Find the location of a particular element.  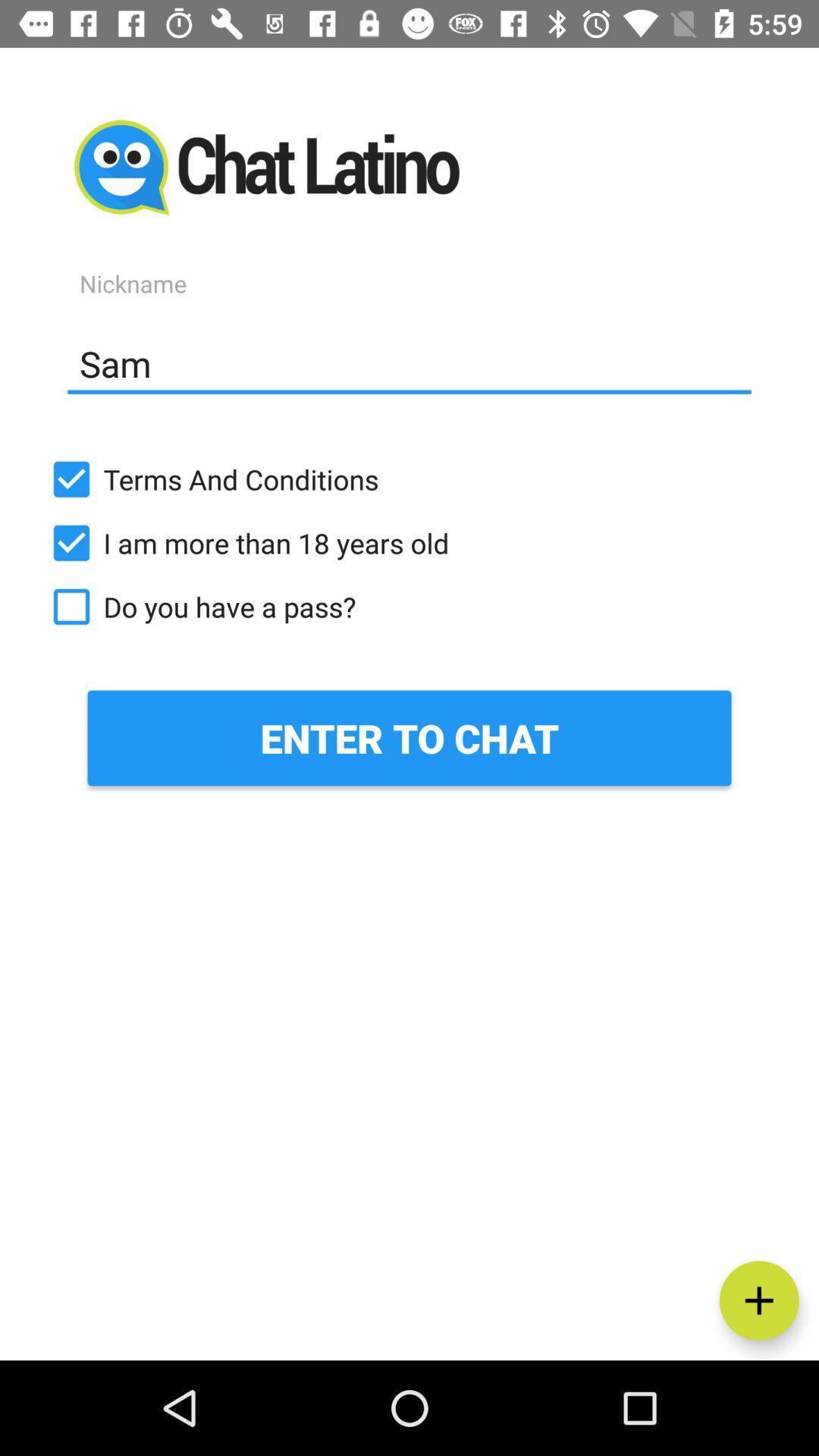

the do you have is located at coordinates (409, 607).